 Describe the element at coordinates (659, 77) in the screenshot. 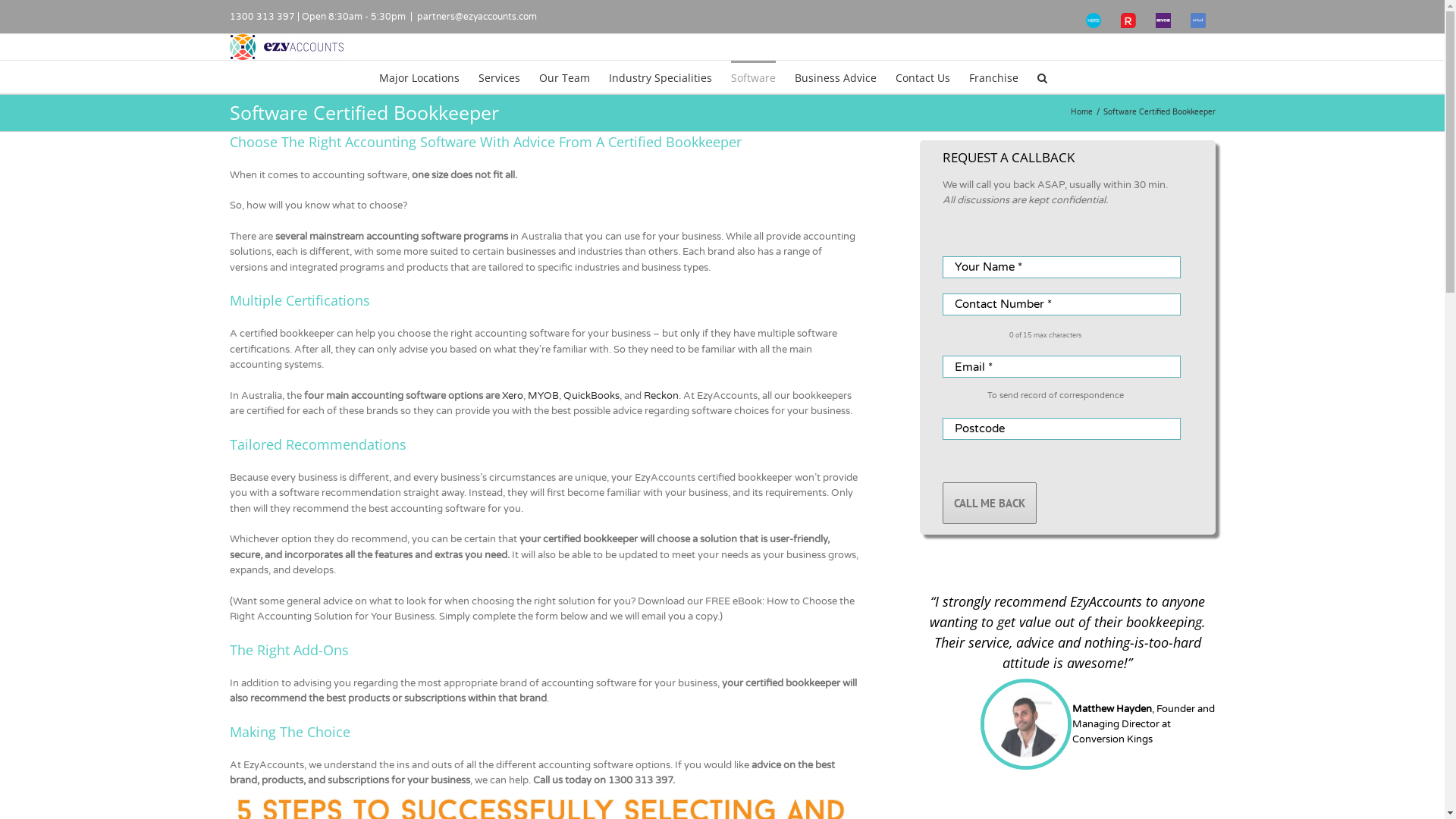

I see `'Industry Specialities'` at that location.